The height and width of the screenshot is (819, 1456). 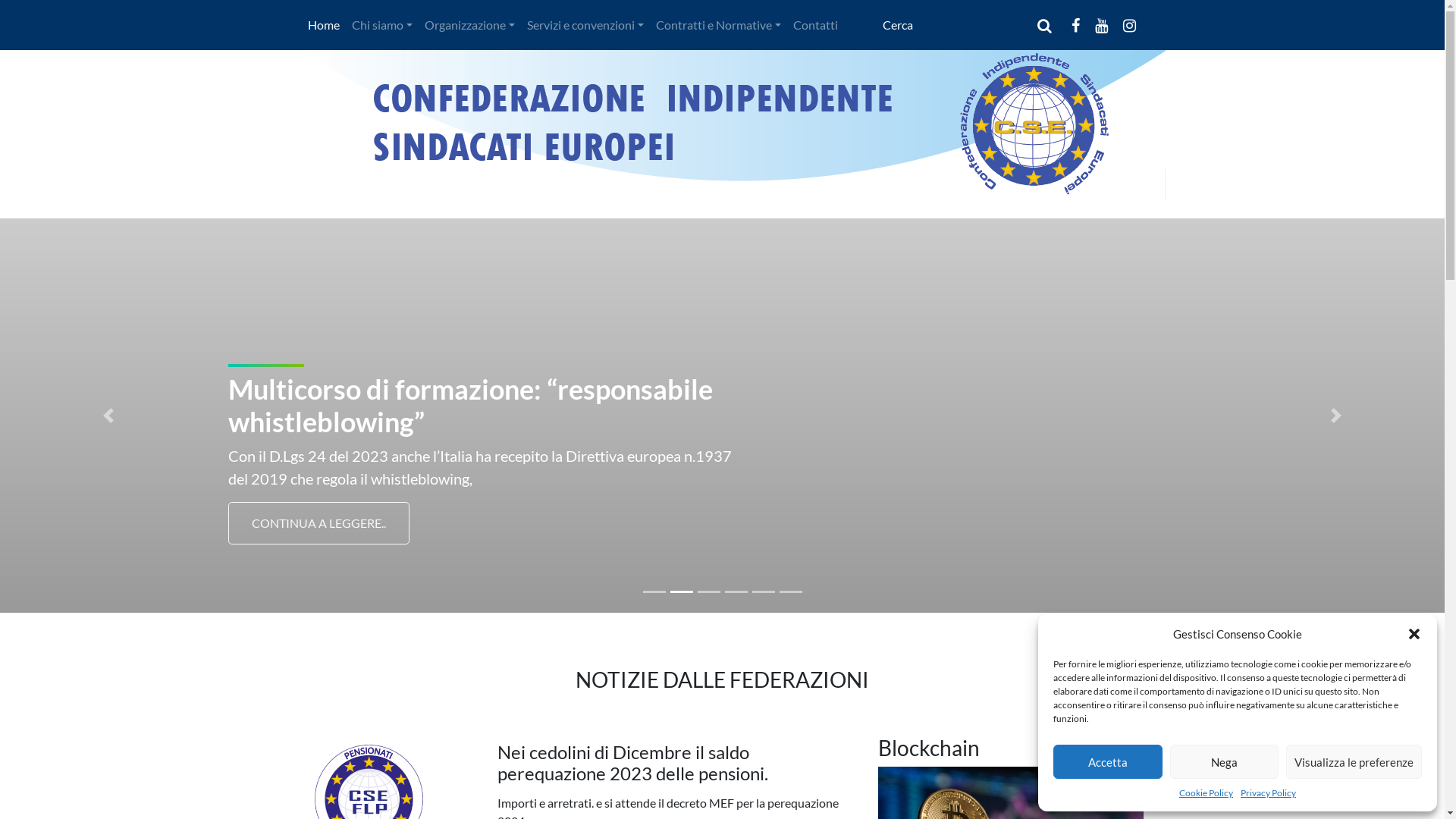 What do you see at coordinates (1268, 792) in the screenshot?
I see `'Privacy Policy'` at bounding box center [1268, 792].